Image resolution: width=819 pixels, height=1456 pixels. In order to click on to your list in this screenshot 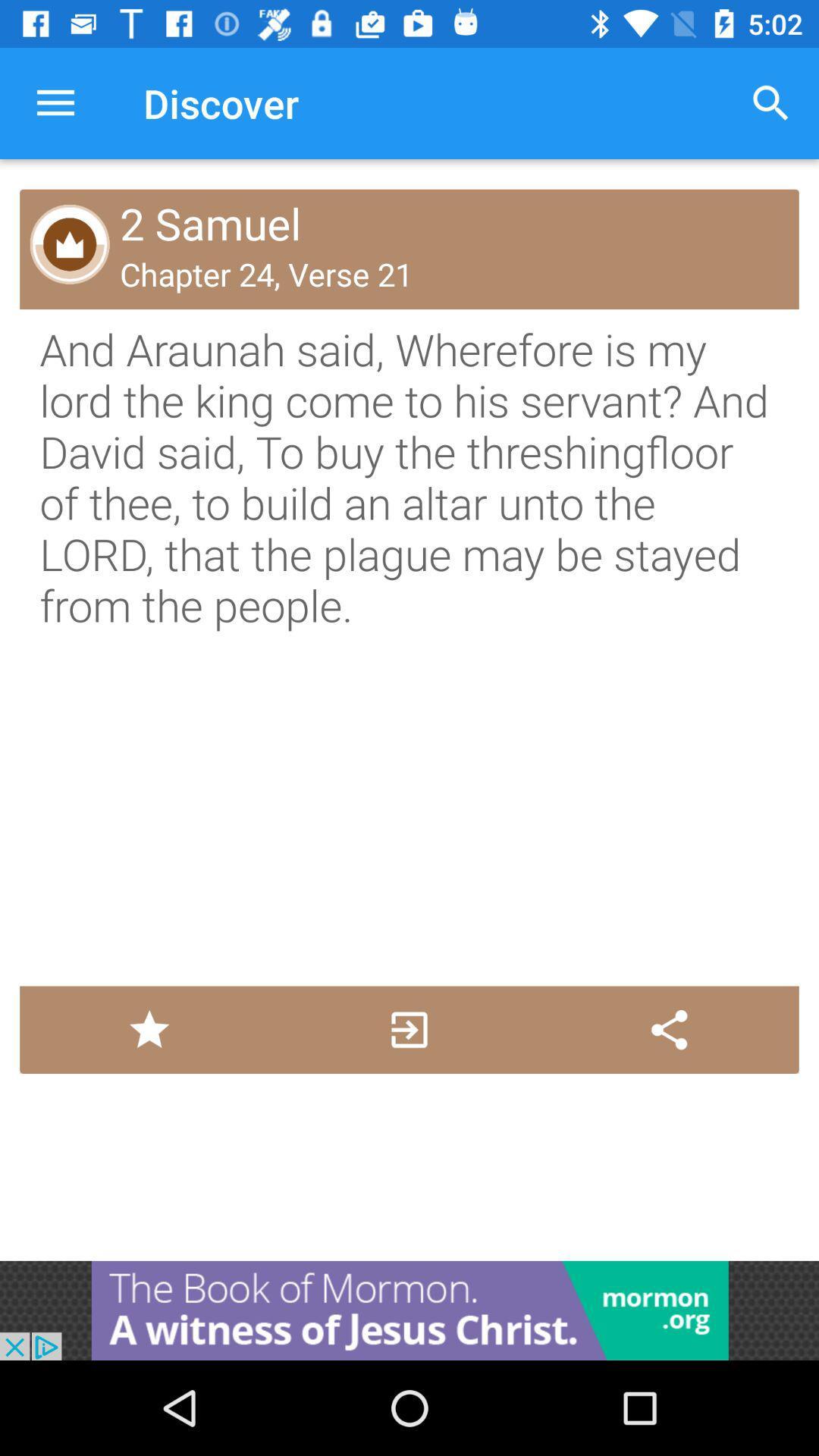, I will do `click(149, 1030)`.